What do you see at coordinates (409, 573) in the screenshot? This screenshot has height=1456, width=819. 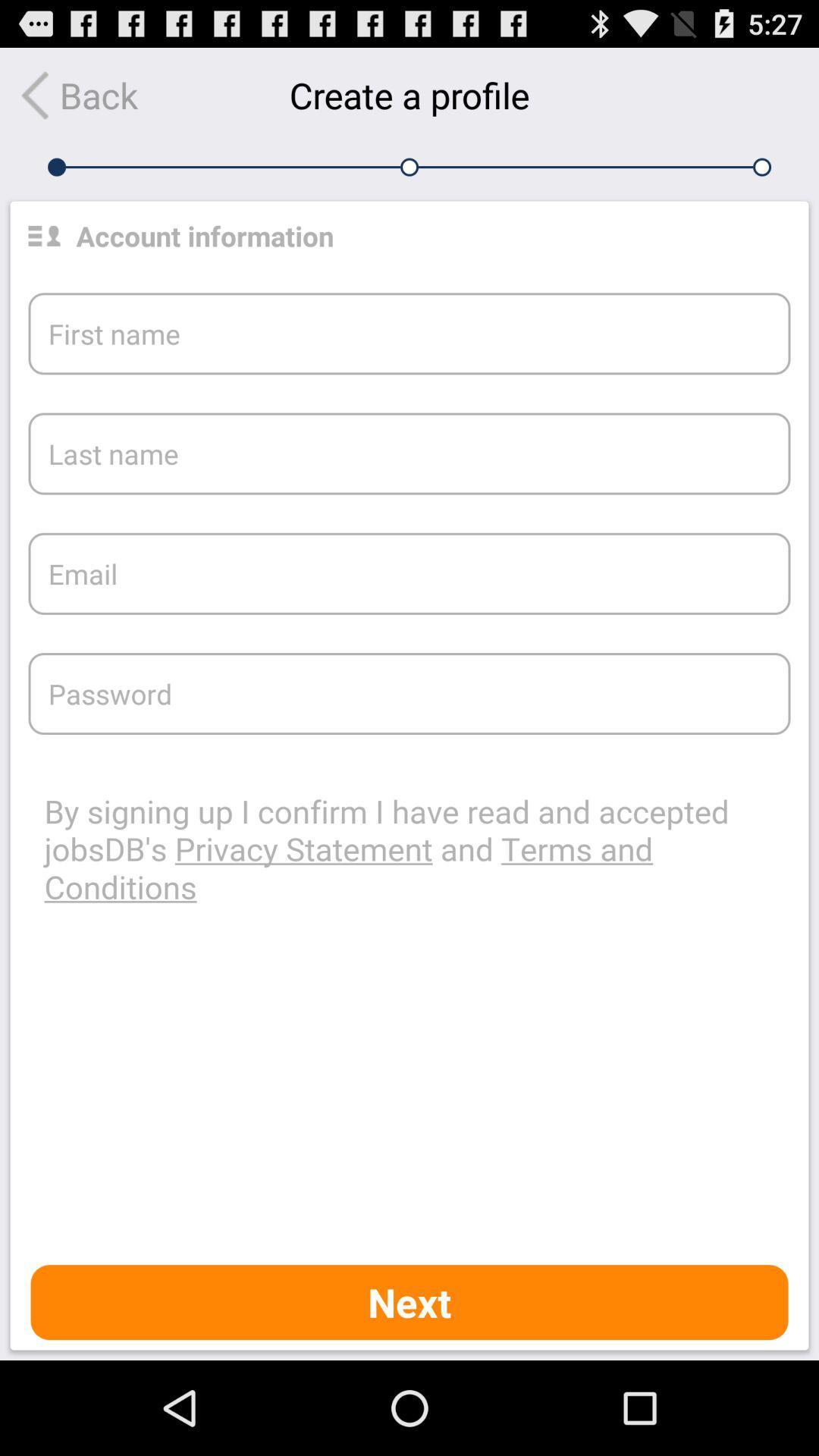 I see `the field which says email` at bounding box center [409, 573].